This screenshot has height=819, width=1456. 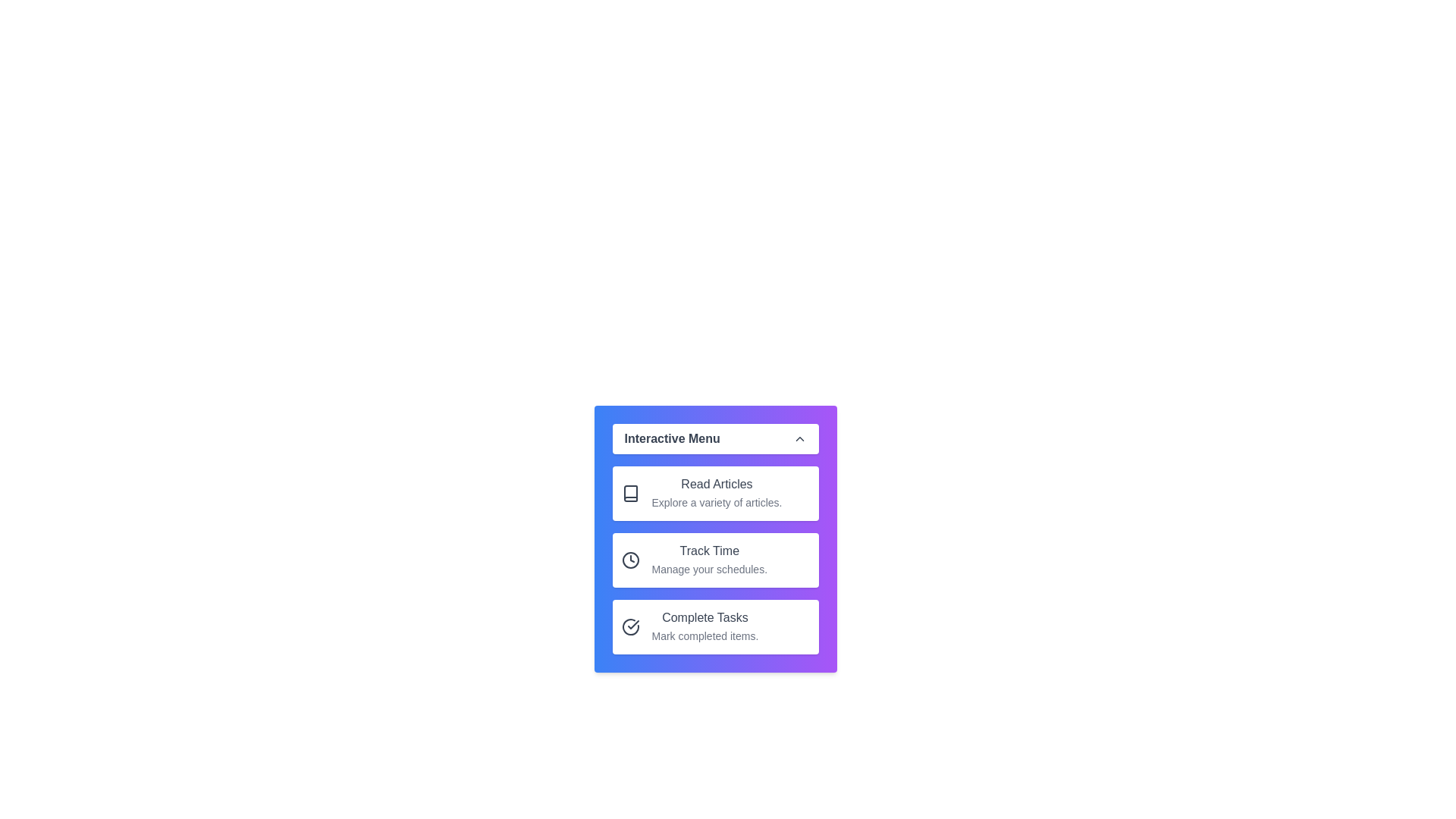 I want to click on the menu item labeled 'Complete Tasks' to observe the hover effect, so click(x=714, y=626).